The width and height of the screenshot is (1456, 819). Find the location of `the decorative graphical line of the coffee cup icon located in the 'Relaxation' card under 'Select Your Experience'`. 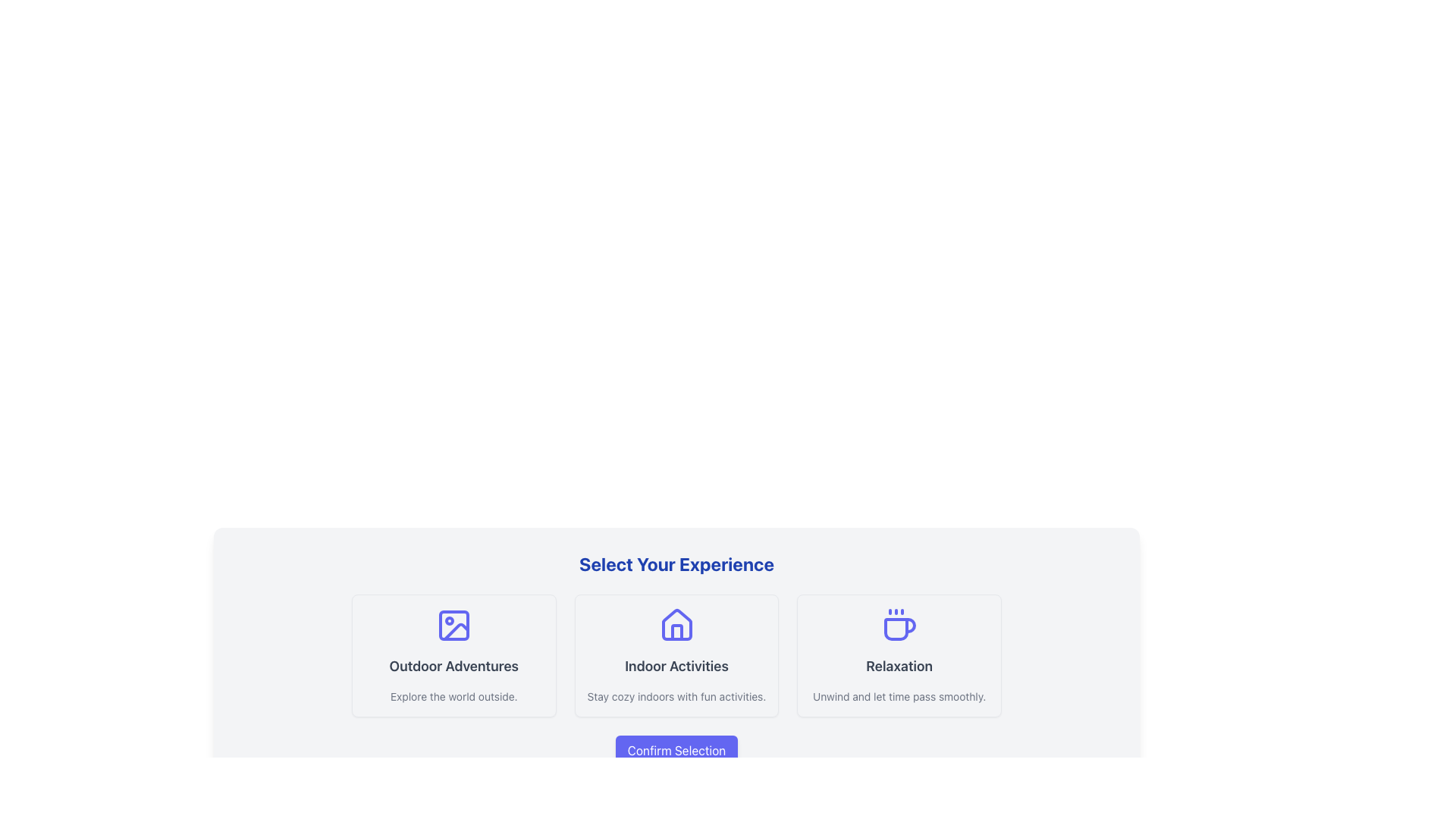

the decorative graphical line of the coffee cup icon located in the 'Relaxation' card under 'Select Your Experience' is located at coordinates (900, 629).